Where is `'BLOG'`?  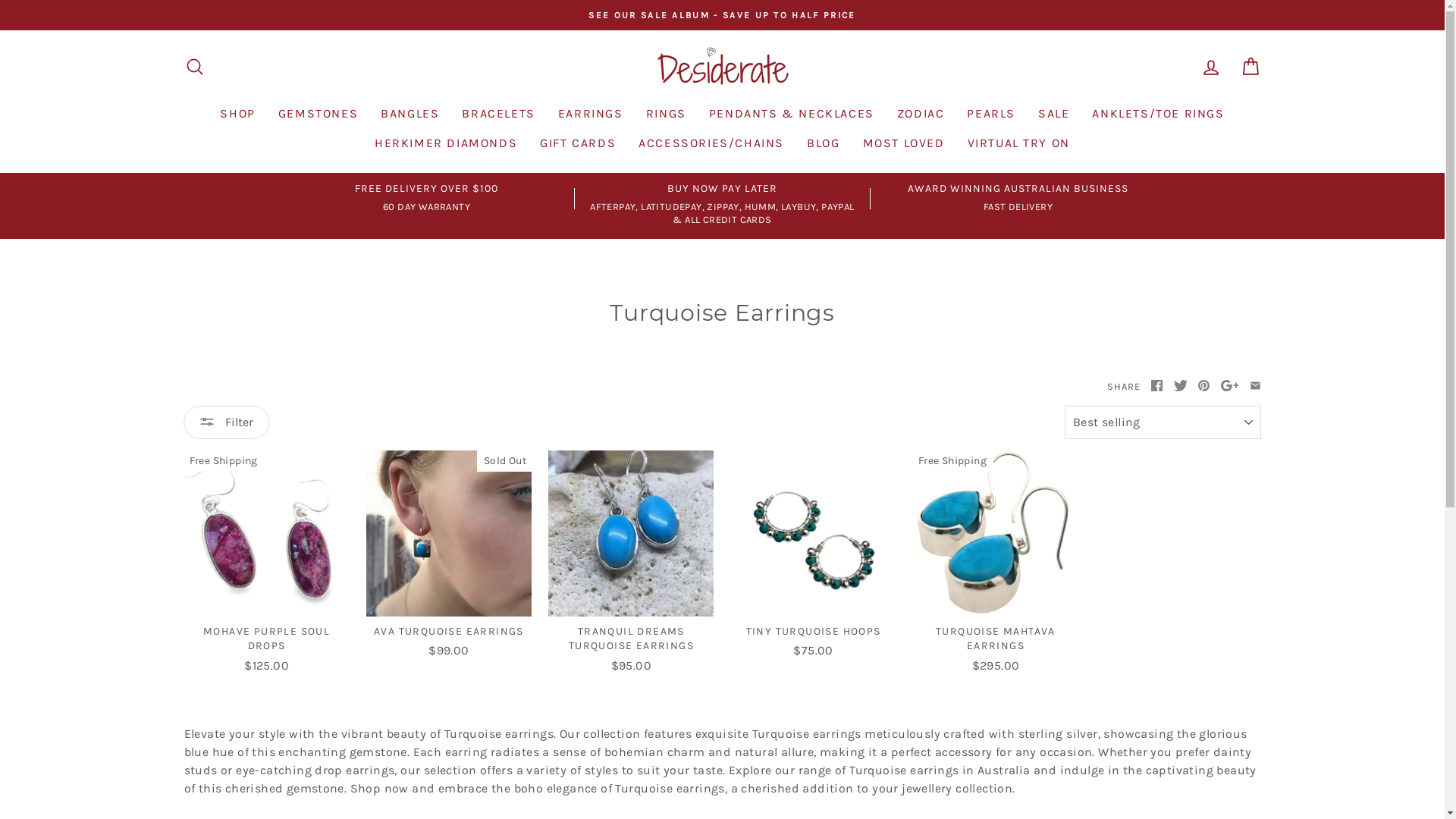 'BLOG' is located at coordinates (822, 143).